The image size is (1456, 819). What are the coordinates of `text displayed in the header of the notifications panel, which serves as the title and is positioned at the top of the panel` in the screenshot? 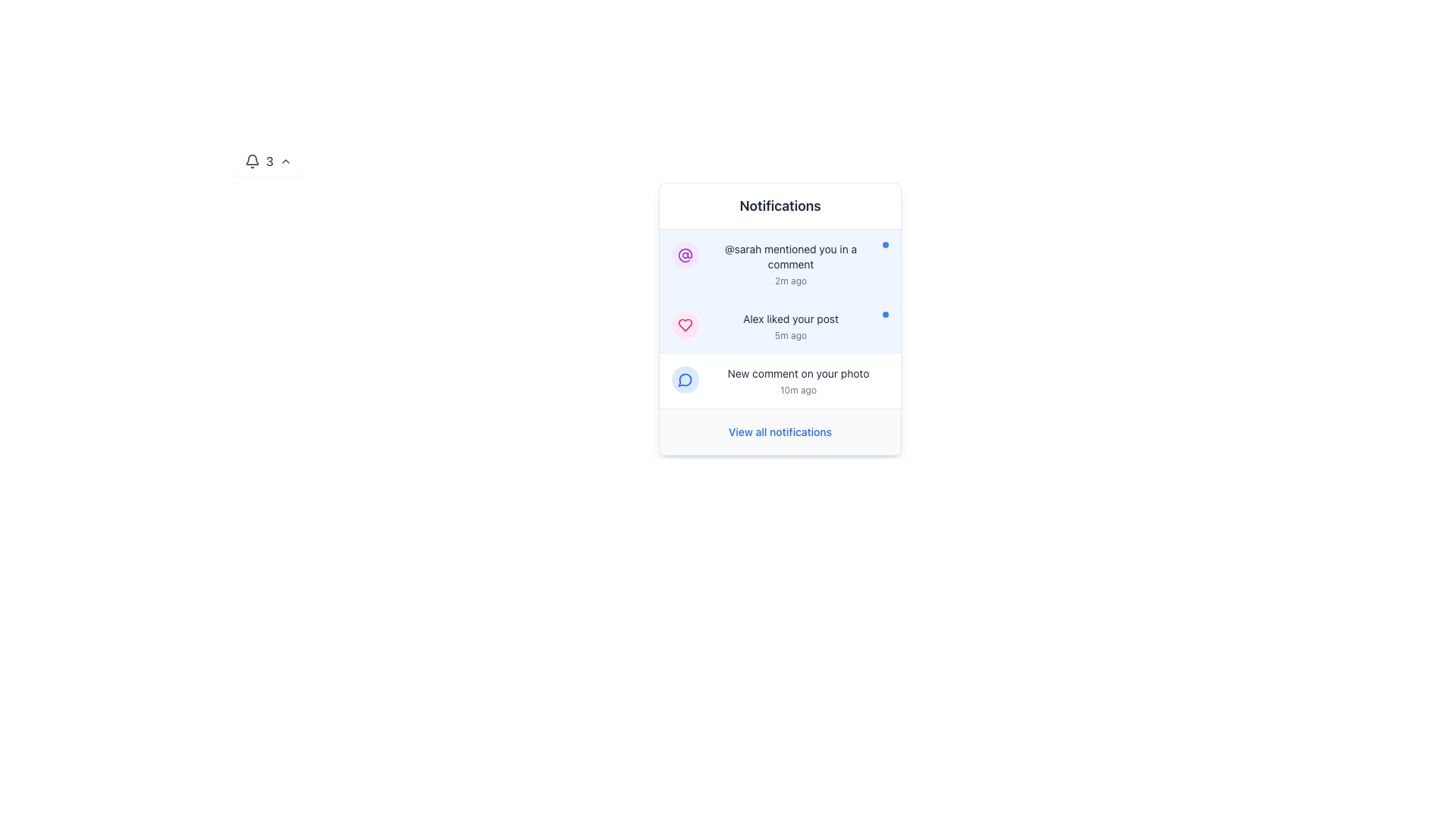 It's located at (780, 206).